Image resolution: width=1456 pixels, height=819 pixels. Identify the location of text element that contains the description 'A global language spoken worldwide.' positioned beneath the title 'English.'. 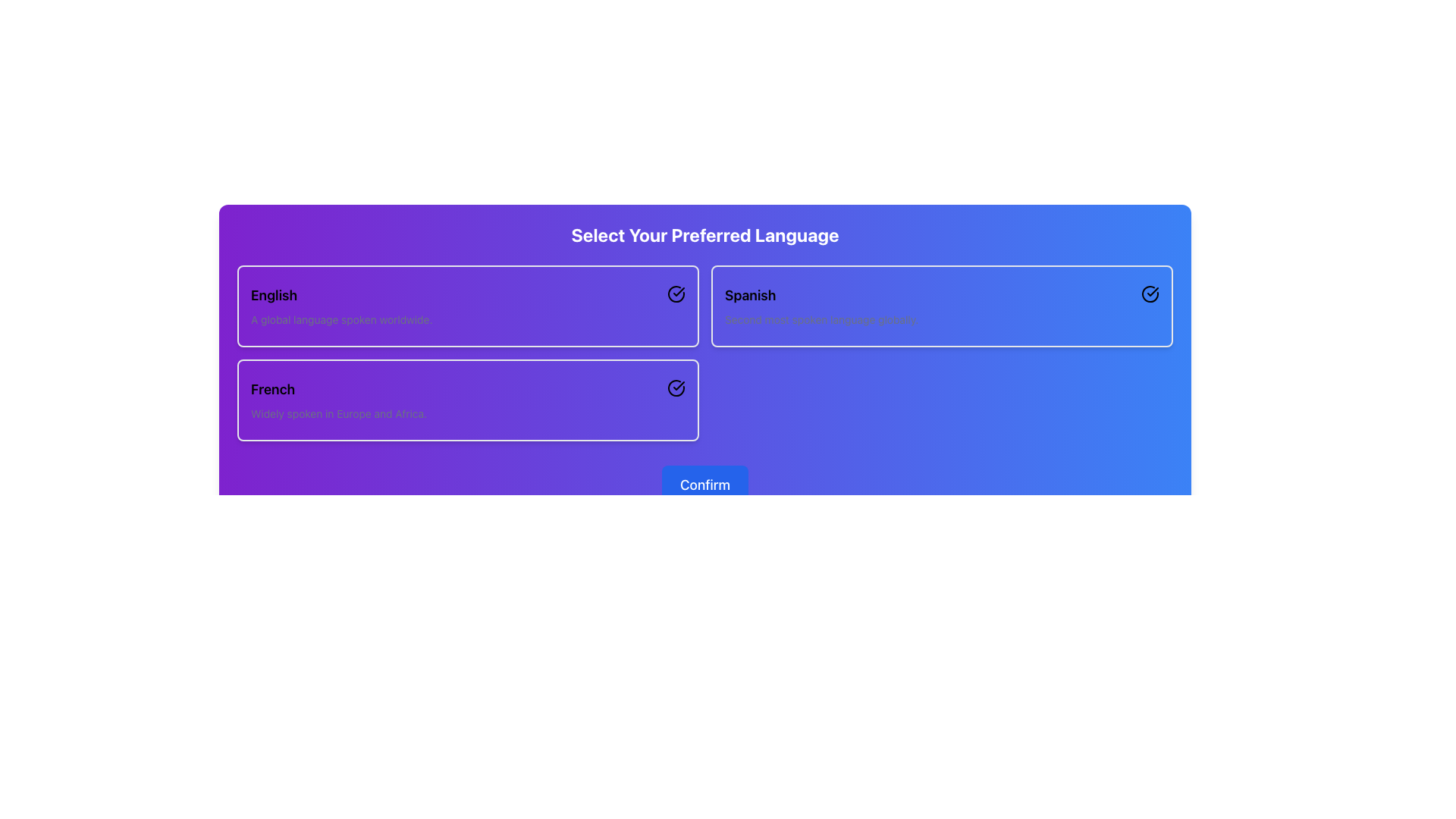
(340, 318).